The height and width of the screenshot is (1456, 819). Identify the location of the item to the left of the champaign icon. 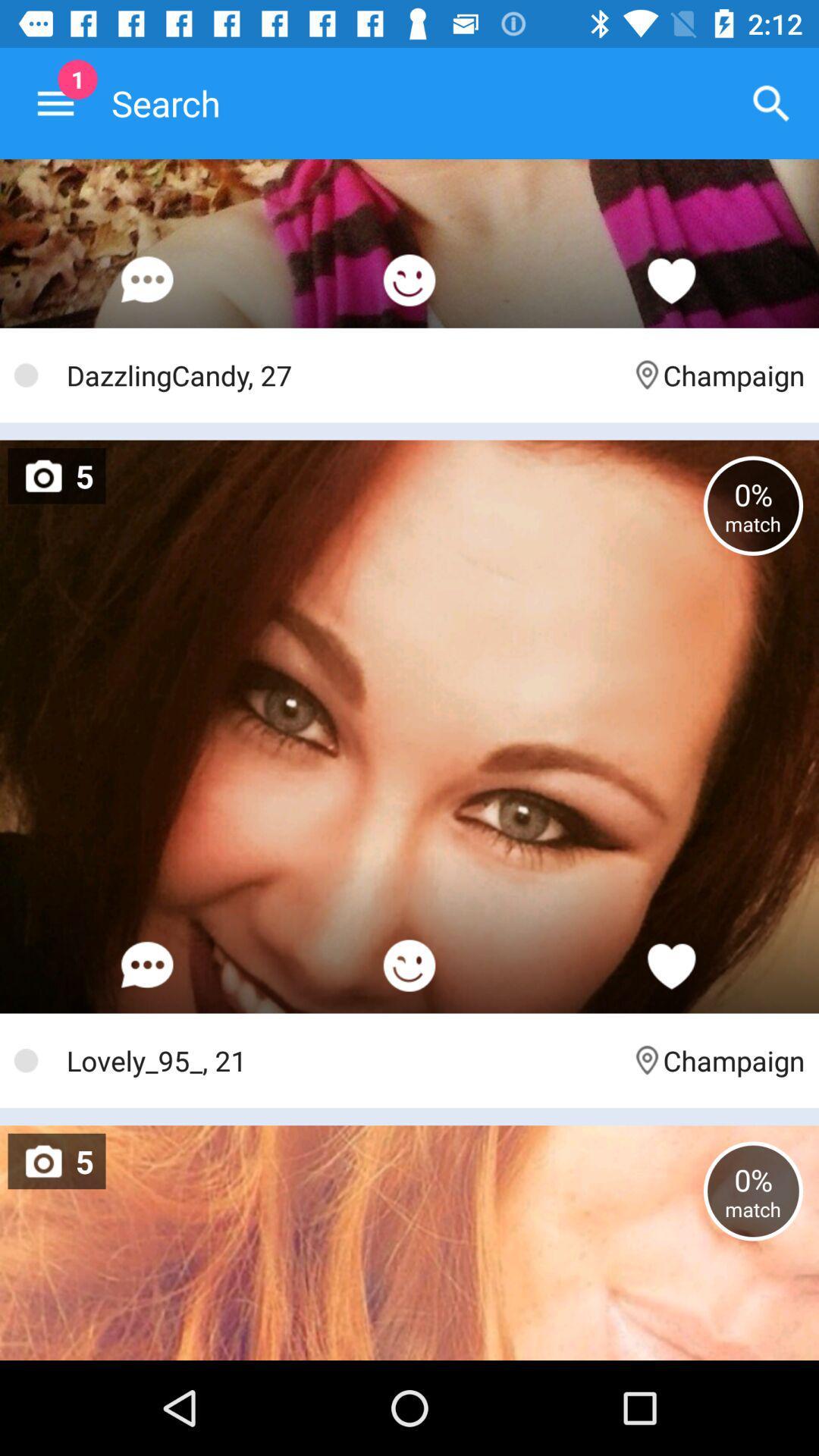
(341, 375).